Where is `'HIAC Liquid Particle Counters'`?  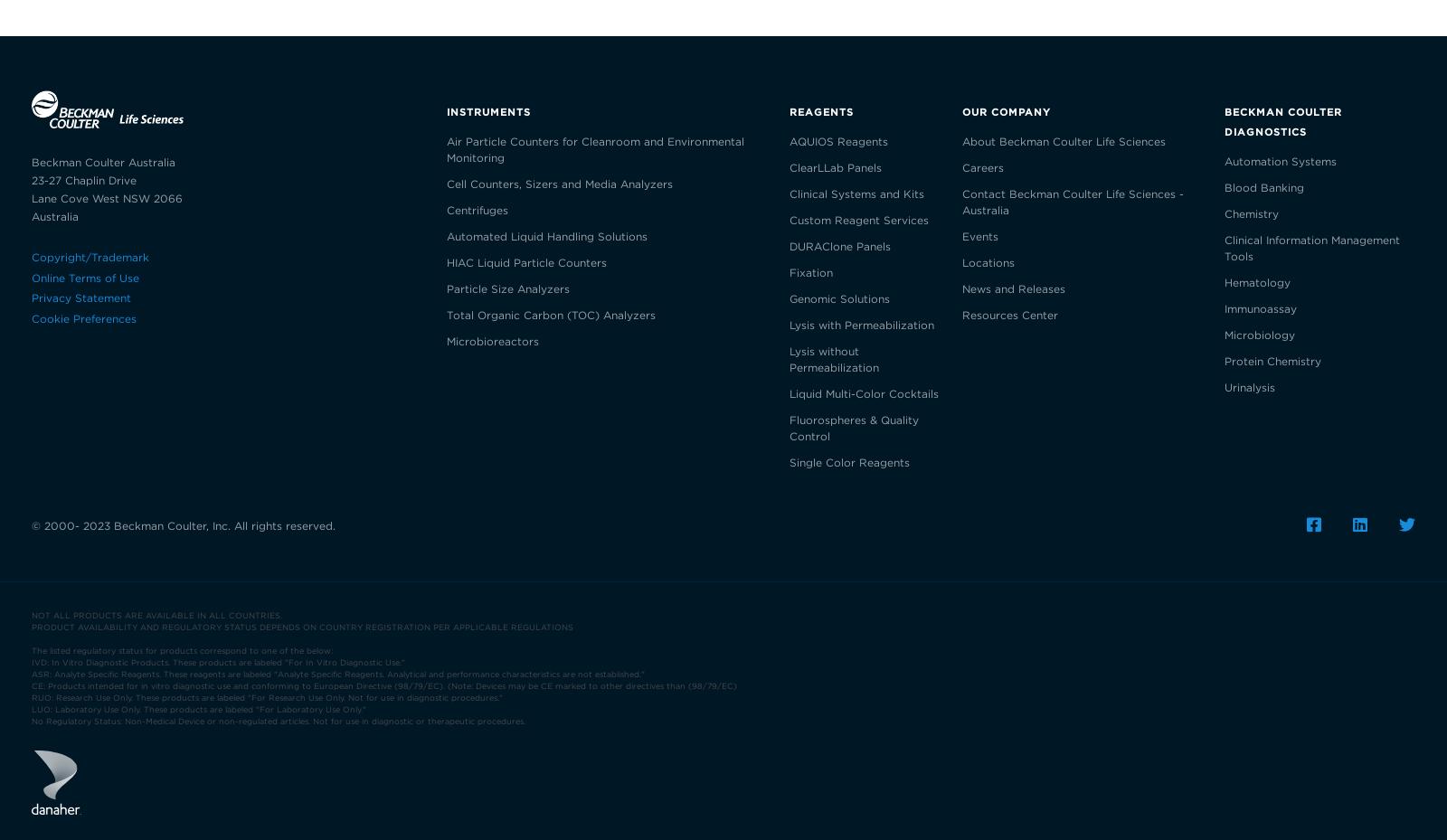 'HIAC Liquid Particle Counters' is located at coordinates (446, 261).